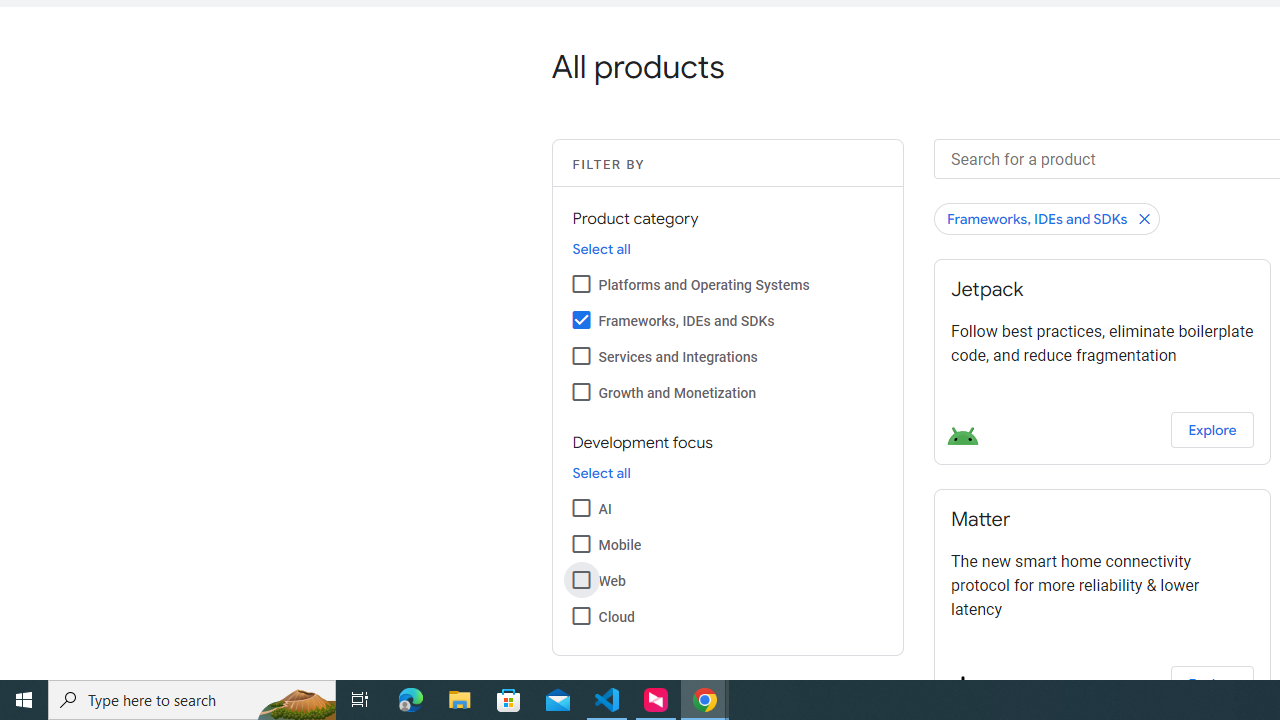 The image size is (1280, 720). What do you see at coordinates (580, 354) in the screenshot?
I see `'Services and Integrations'` at bounding box center [580, 354].